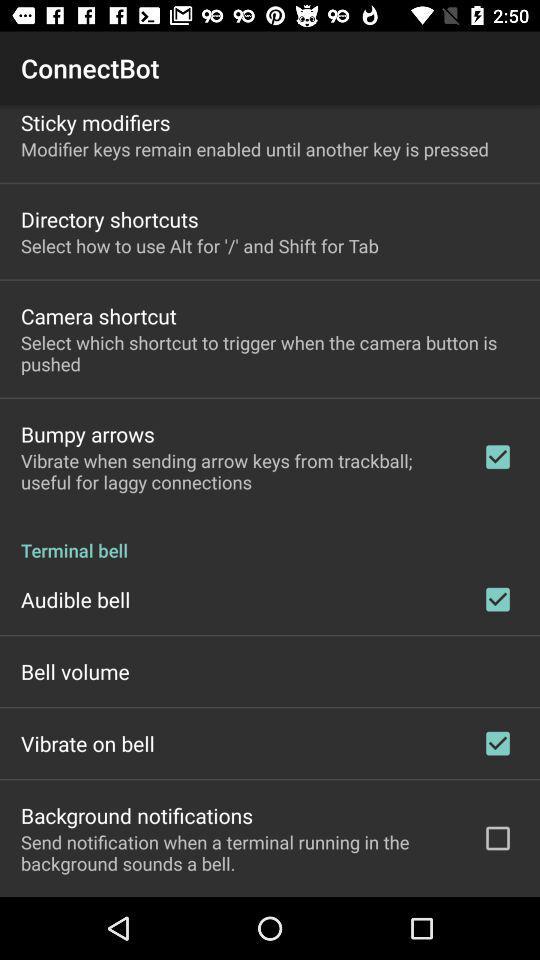 Image resolution: width=540 pixels, height=960 pixels. What do you see at coordinates (74, 599) in the screenshot?
I see `item below terminal bell icon` at bounding box center [74, 599].